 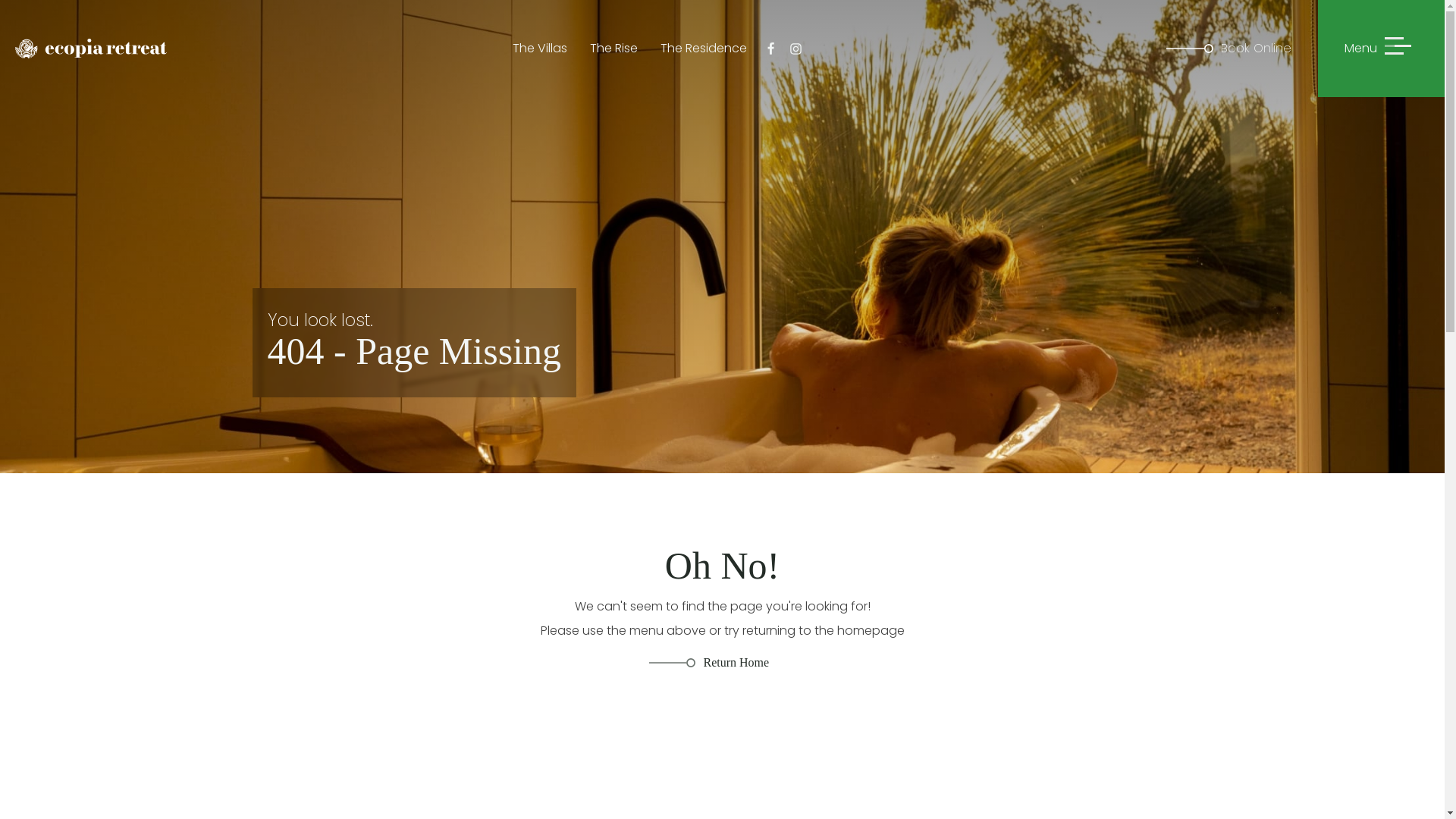 I want to click on 'Book Online', so click(x=1241, y=48).